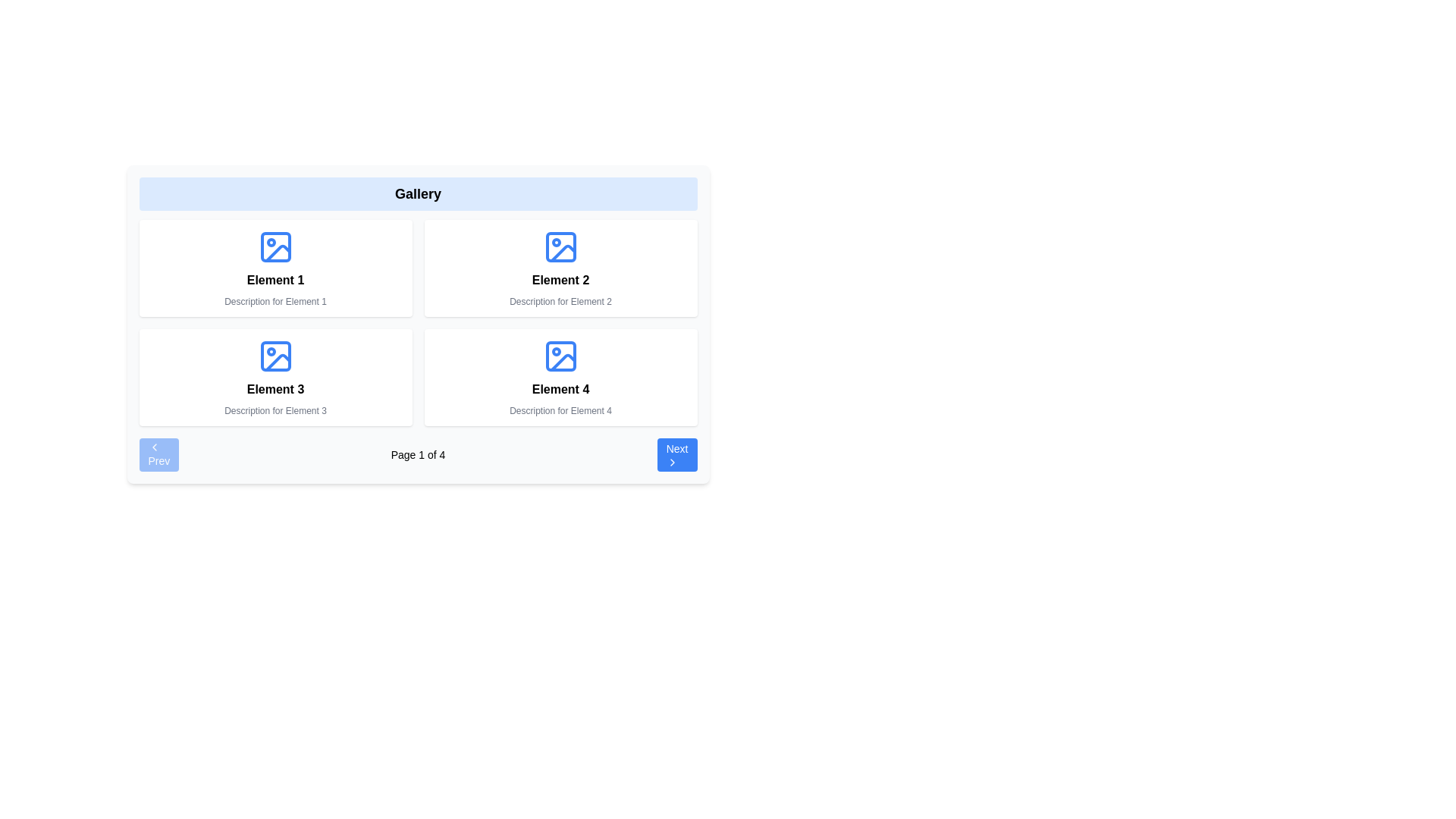  Describe the element at coordinates (275, 246) in the screenshot. I see `the icon that serves as a visual representation or decorative placeholder for the first item in the grid layout, located above the textual label 'Element 1' and 'Description for Element 1'` at that location.